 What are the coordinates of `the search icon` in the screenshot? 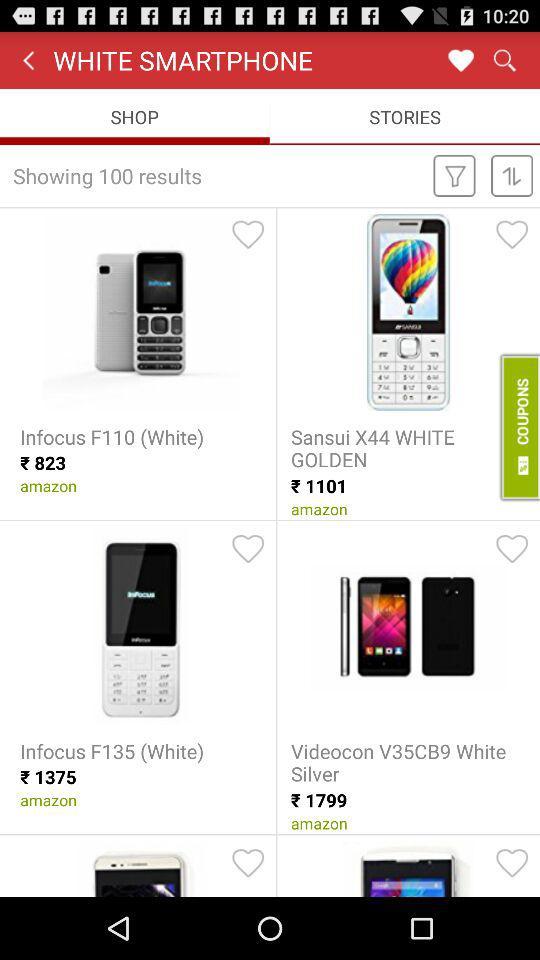 It's located at (503, 64).